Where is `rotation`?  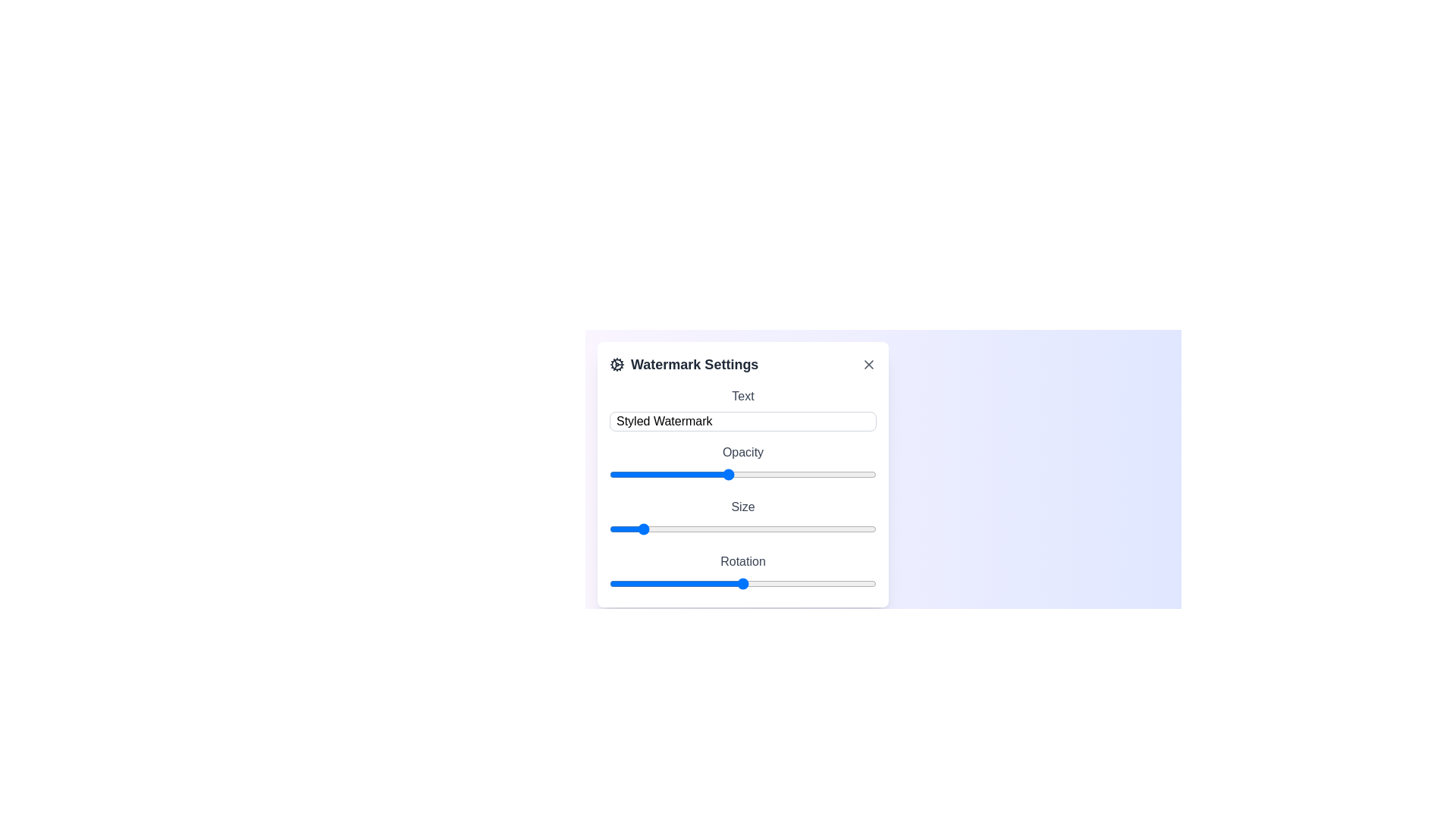
rotation is located at coordinates (642, 583).